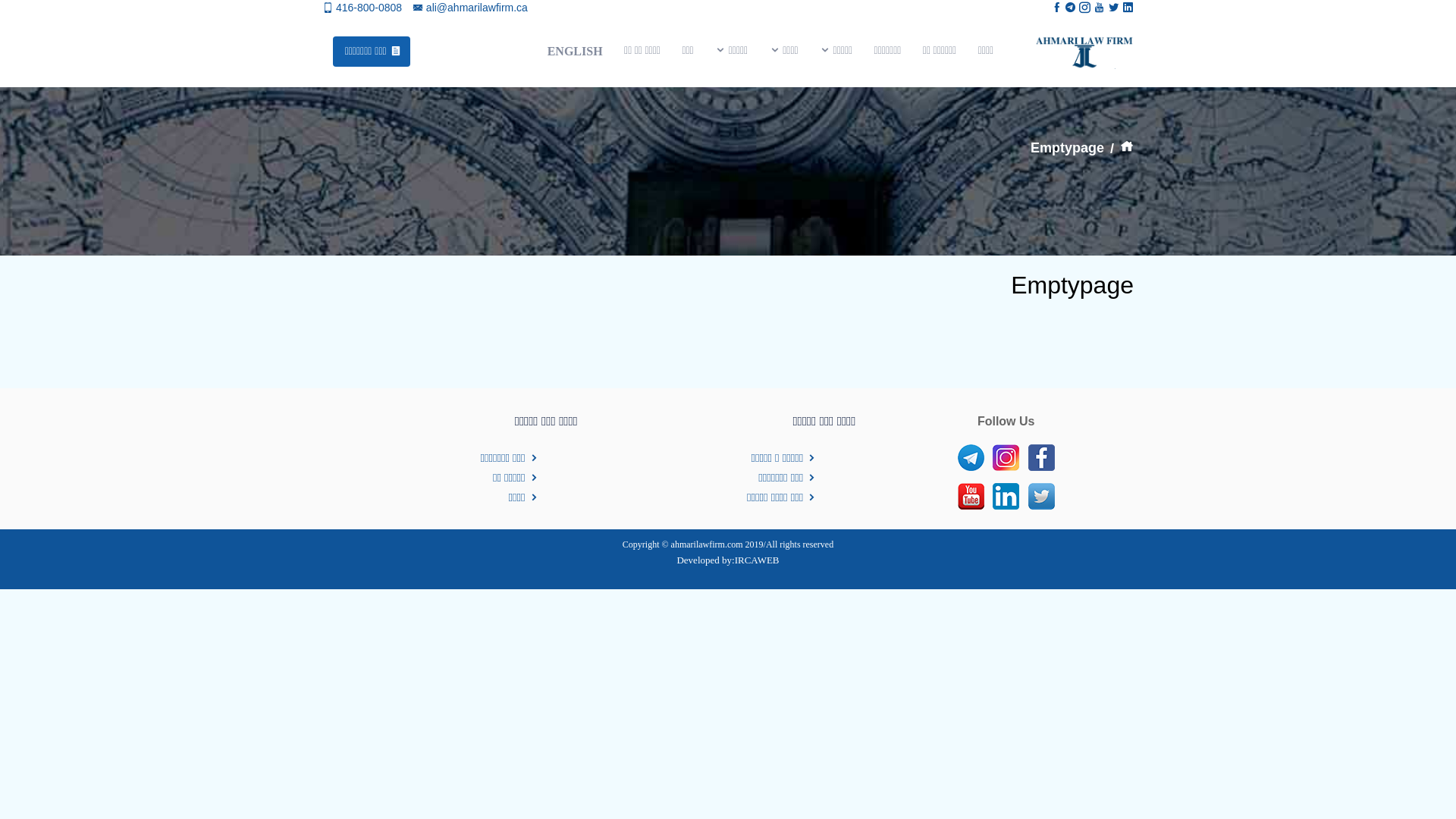 This screenshot has width=1456, height=819. Describe the element at coordinates (573, 50) in the screenshot. I see `'ENGLISH'` at that location.